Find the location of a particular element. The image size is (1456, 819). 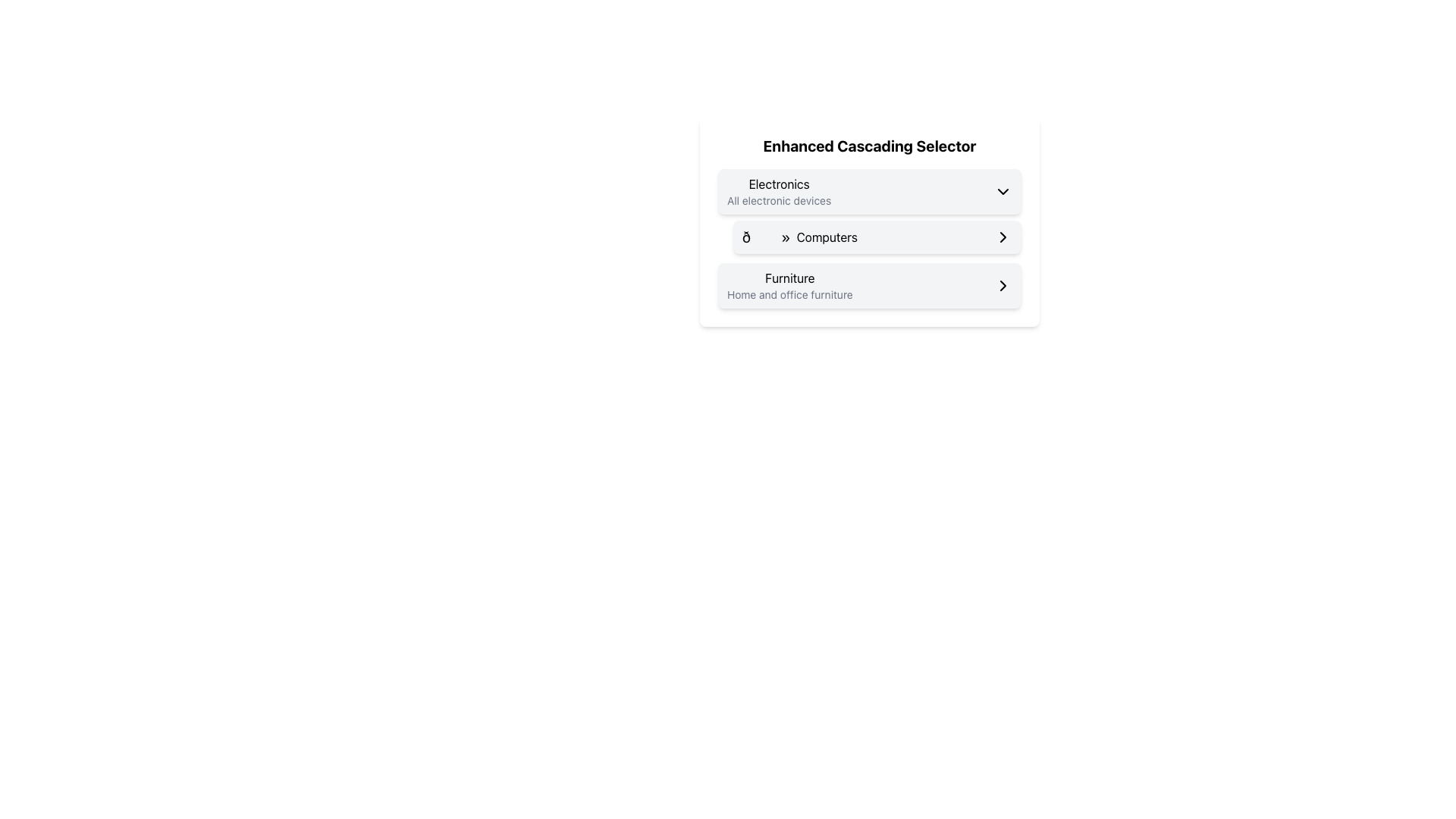

the chevron-style dropdown indicator located at the far-right end of the 'Electronics' block is located at coordinates (1003, 191).